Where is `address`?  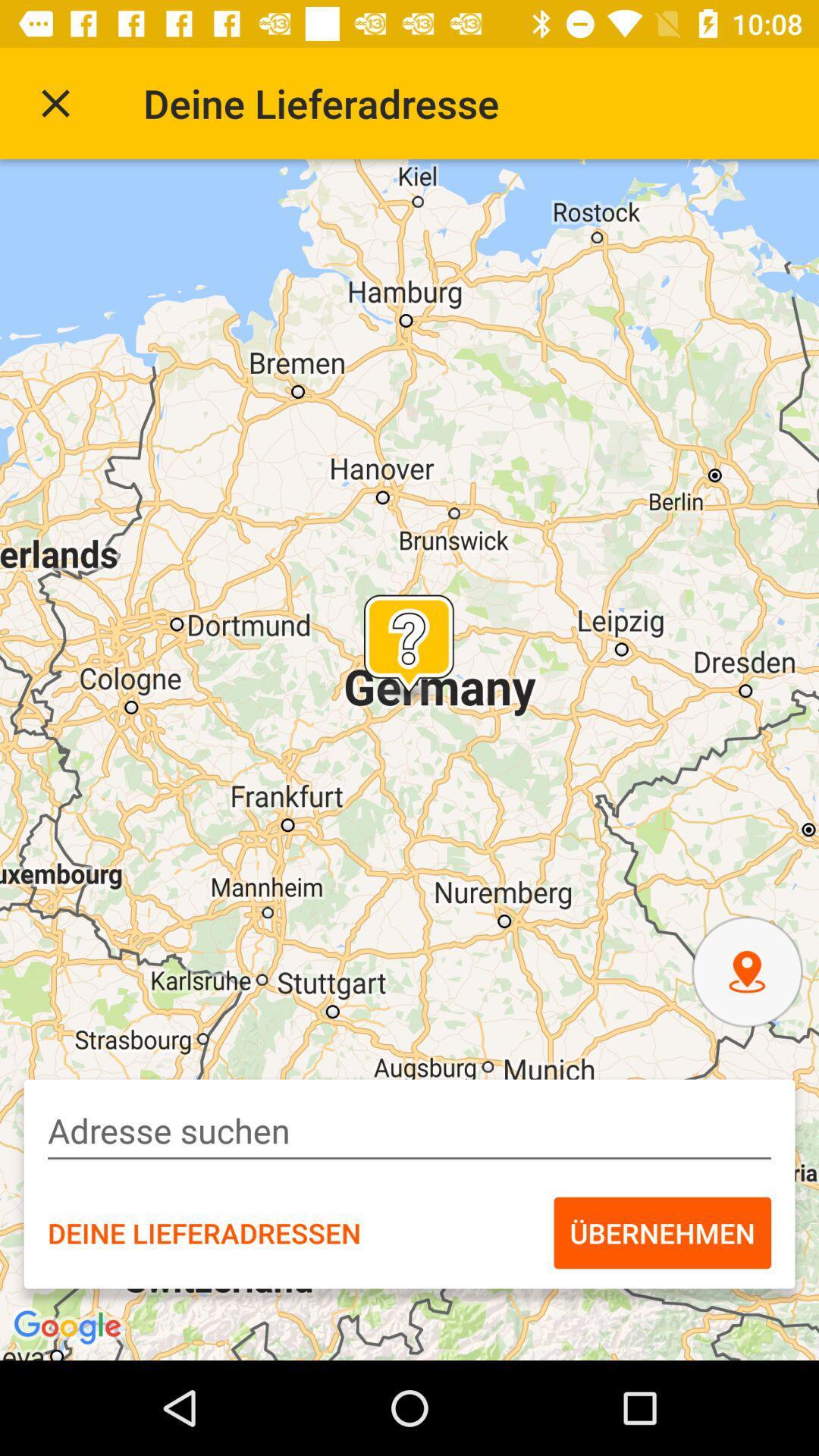
address is located at coordinates (409, 1131).